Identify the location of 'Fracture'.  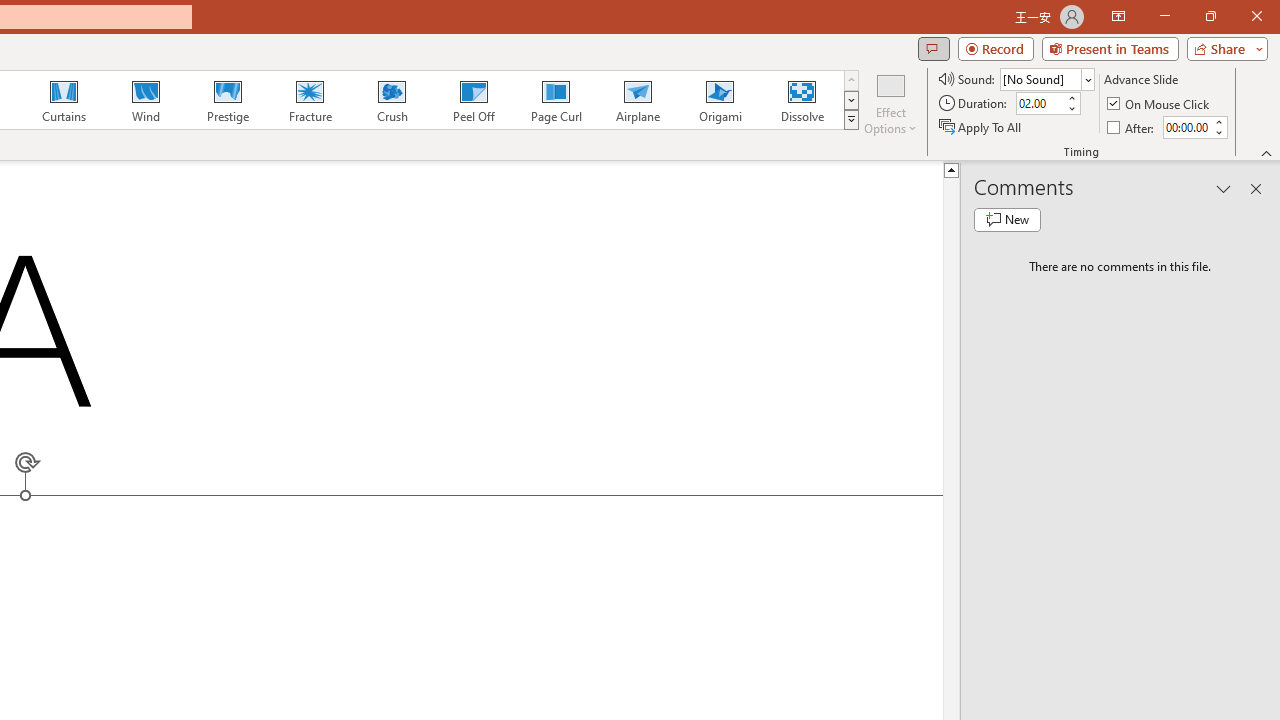
(308, 100).